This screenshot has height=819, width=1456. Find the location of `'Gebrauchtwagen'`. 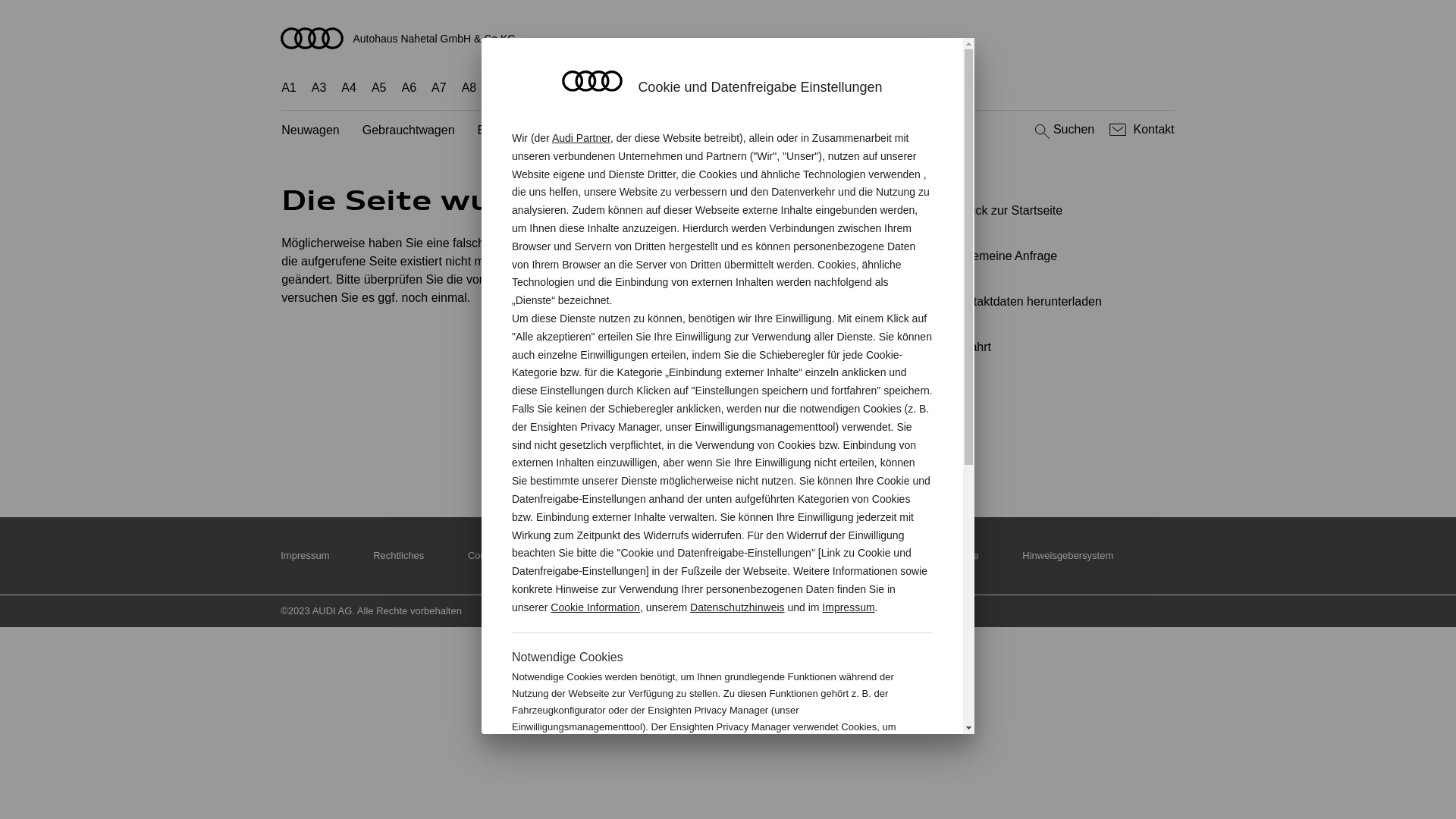

'Gebrauchtwagen' is located at coordinates (408, 130).